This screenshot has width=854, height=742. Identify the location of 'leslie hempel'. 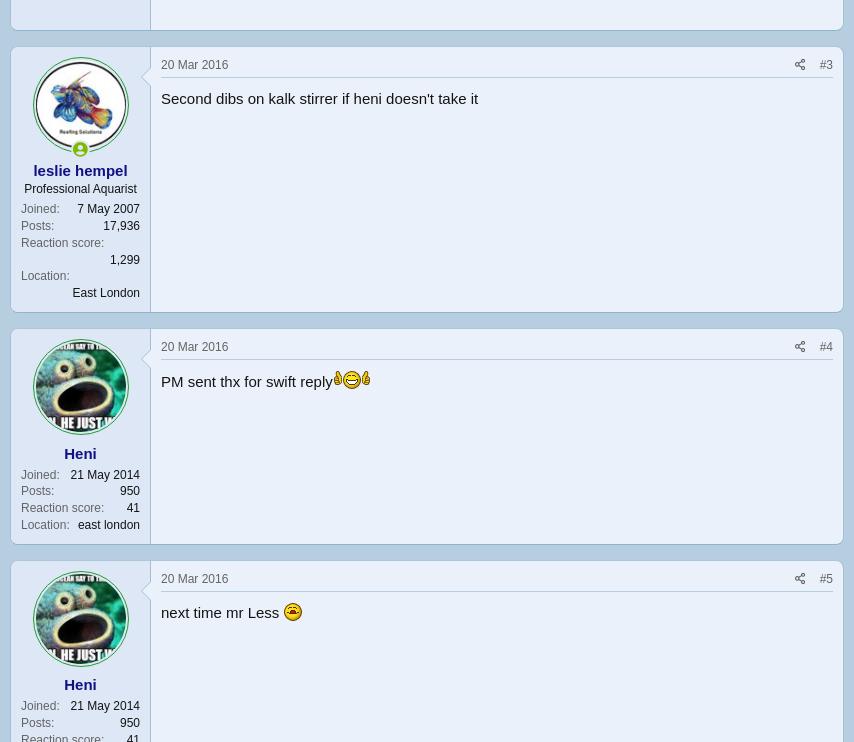
(79, 169).